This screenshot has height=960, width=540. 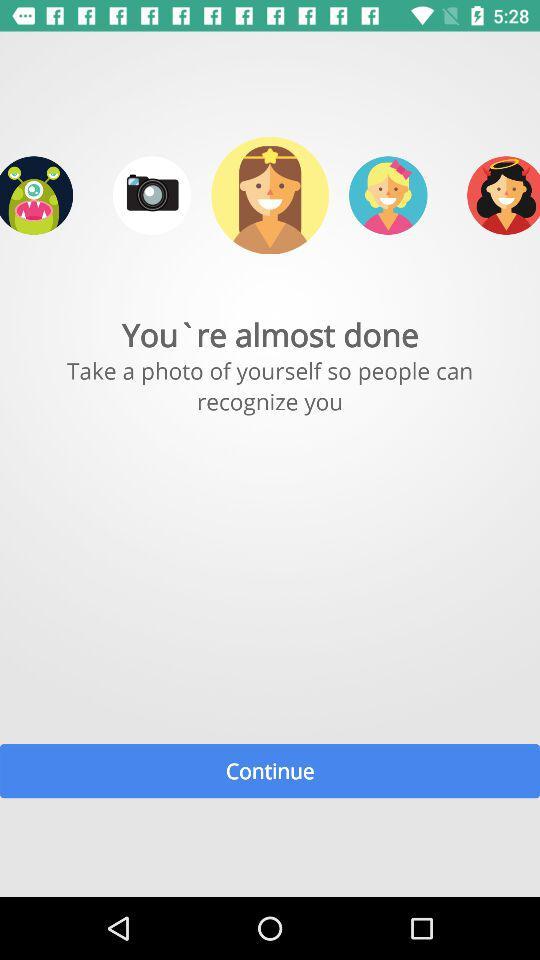 What do you see at coordinates (270, 770) in the screenshot?
I see `the icon below take a photo item` at bounding box center [270, 770].